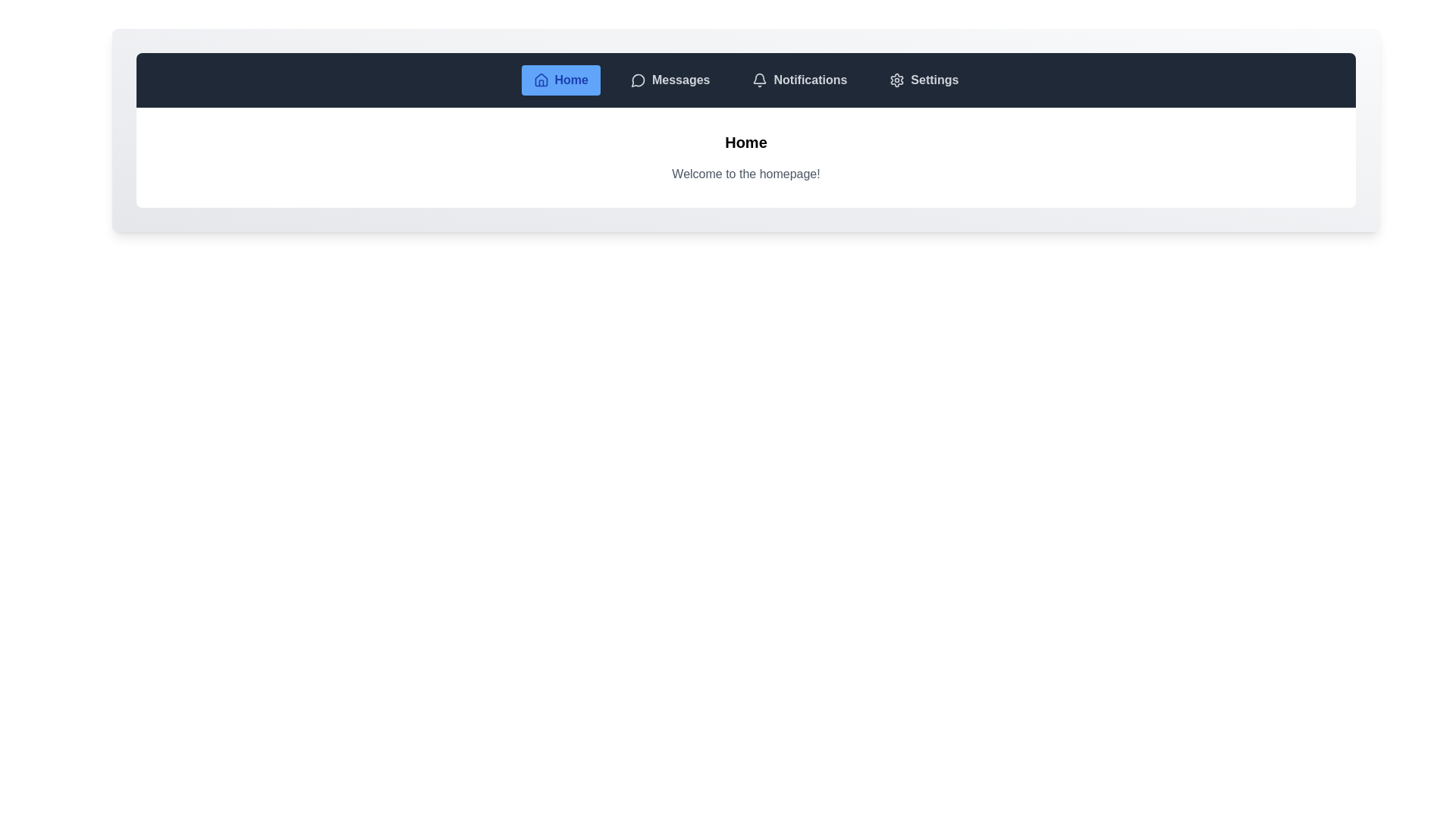 The width and height of the screenshot is (1456, 819). I want to click on the tab labeled Settings from the navigation bar, so click(924, 80).